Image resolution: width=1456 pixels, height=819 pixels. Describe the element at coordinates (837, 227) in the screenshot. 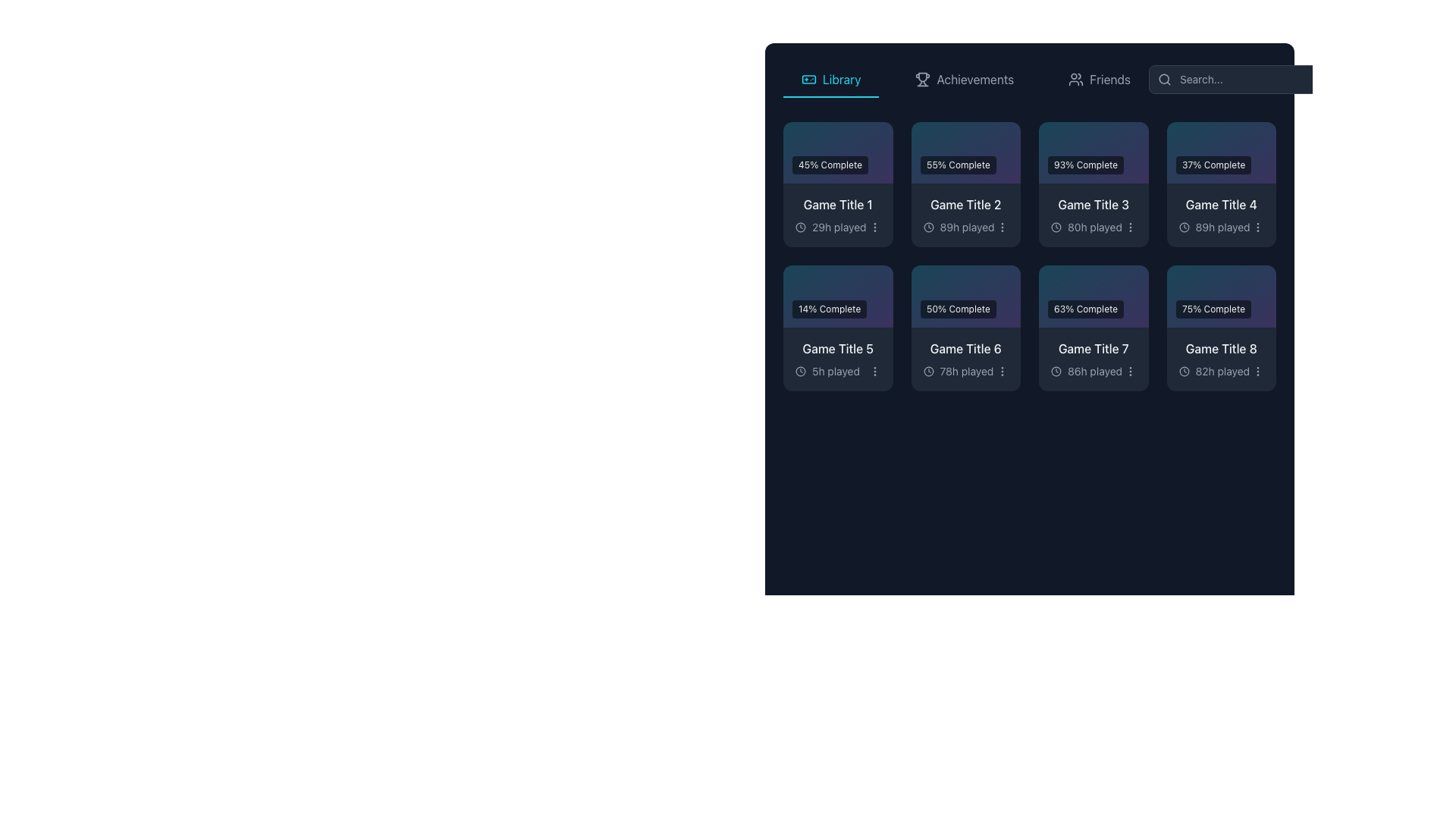

I see `the static label indicating total gameplay hours for 'Game Title 1', which is located below the game's title and aligns with the clock icon` at that location.